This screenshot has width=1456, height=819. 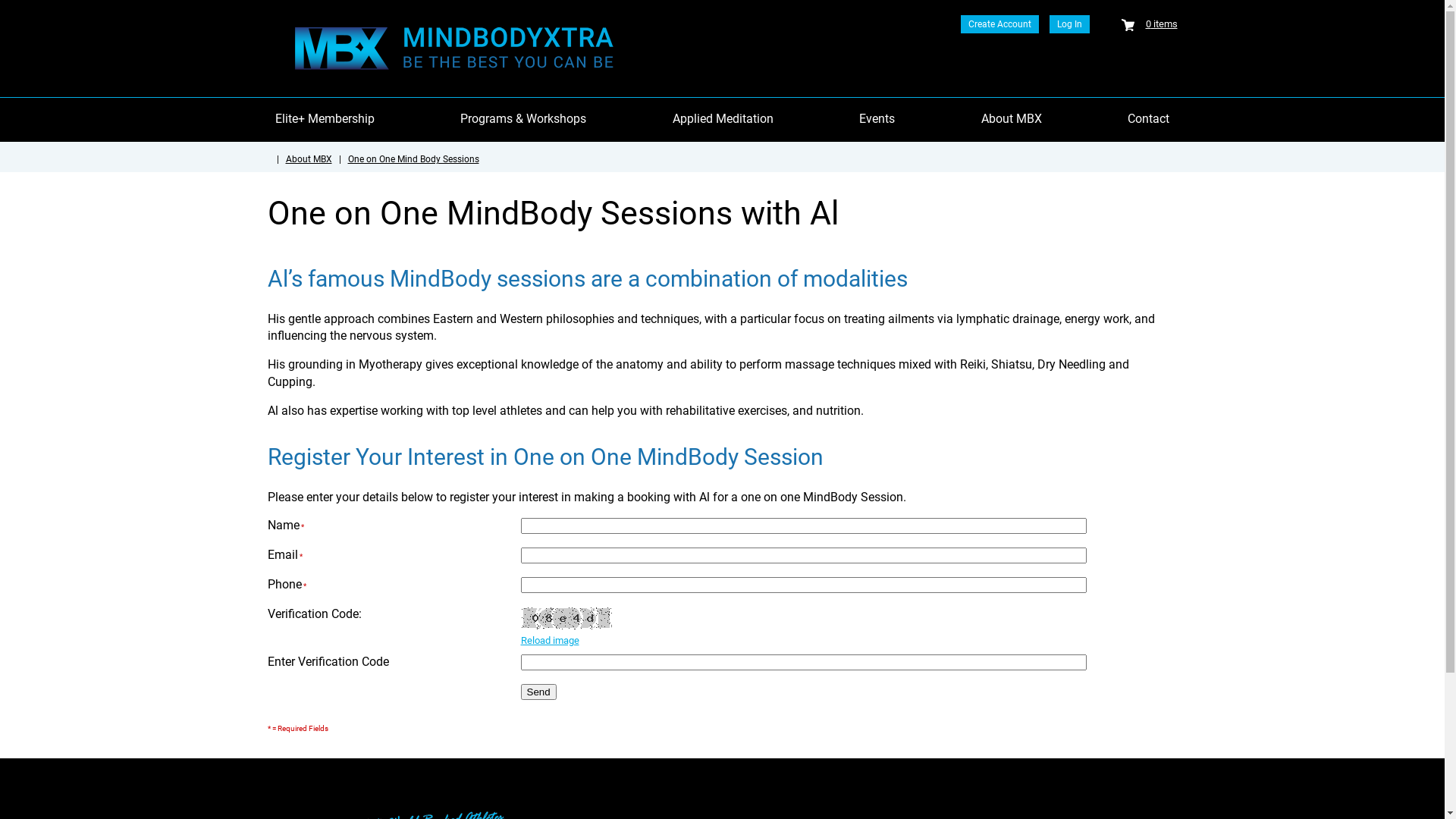 What do you see at coordinates (877, 118) in the screenshot?
I see `'Events'` at bounding box center [877, 118].